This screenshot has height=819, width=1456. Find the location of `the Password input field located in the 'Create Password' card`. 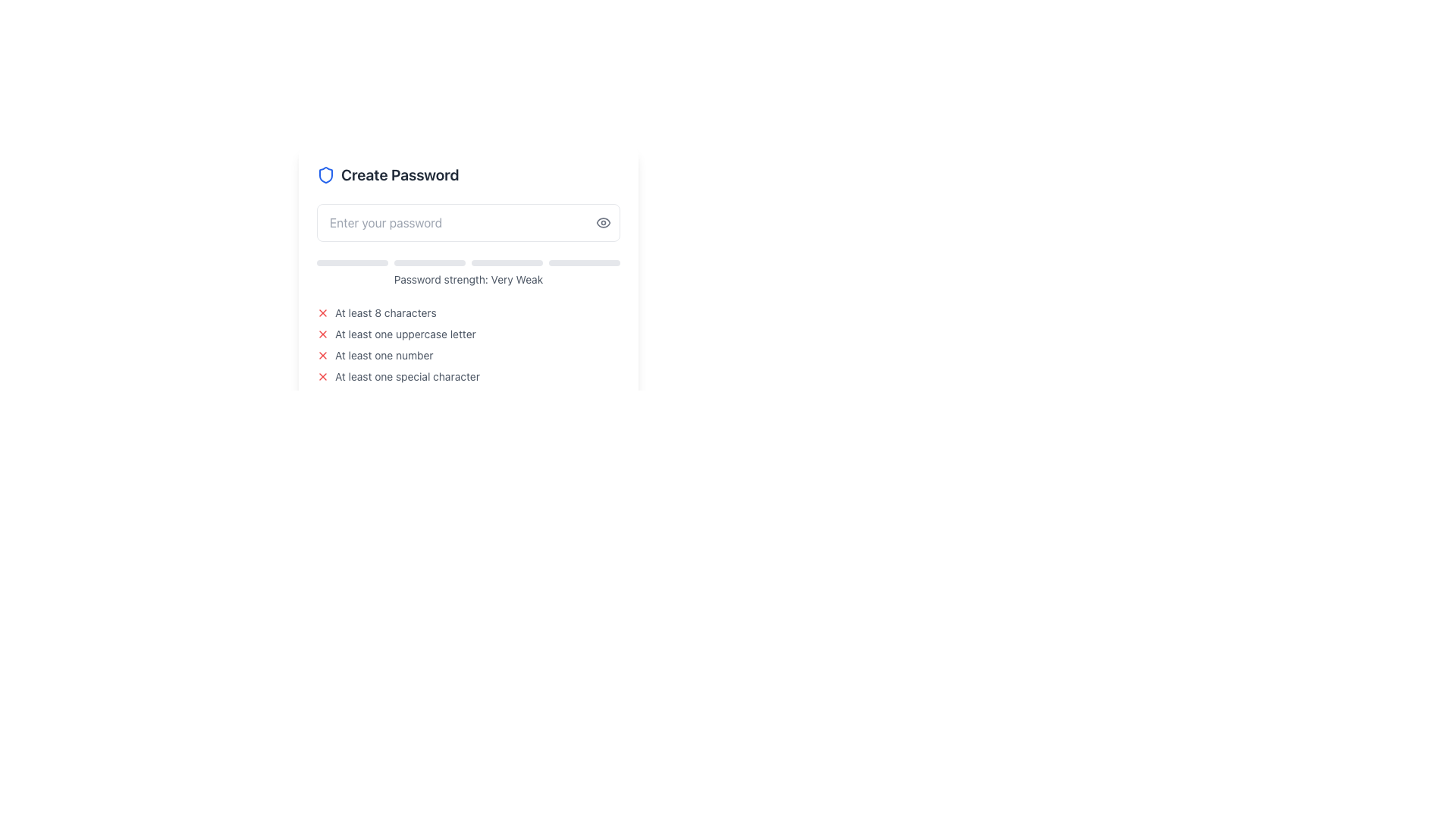

the Password input field located in the 'Create Password' card is located at coordinates (468, 222).